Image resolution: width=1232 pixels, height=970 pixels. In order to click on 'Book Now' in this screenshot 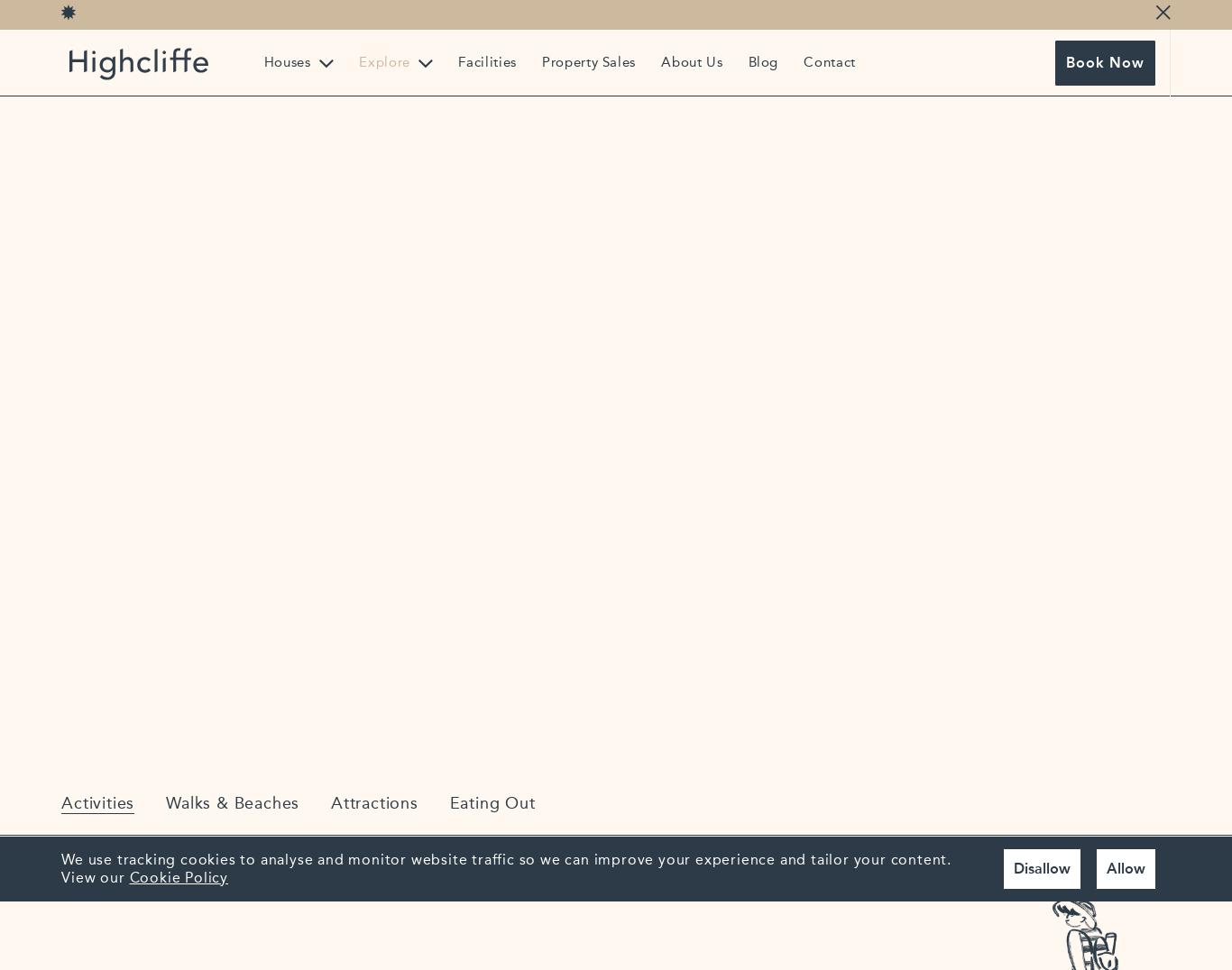, I will do `click(1105, 62)`.